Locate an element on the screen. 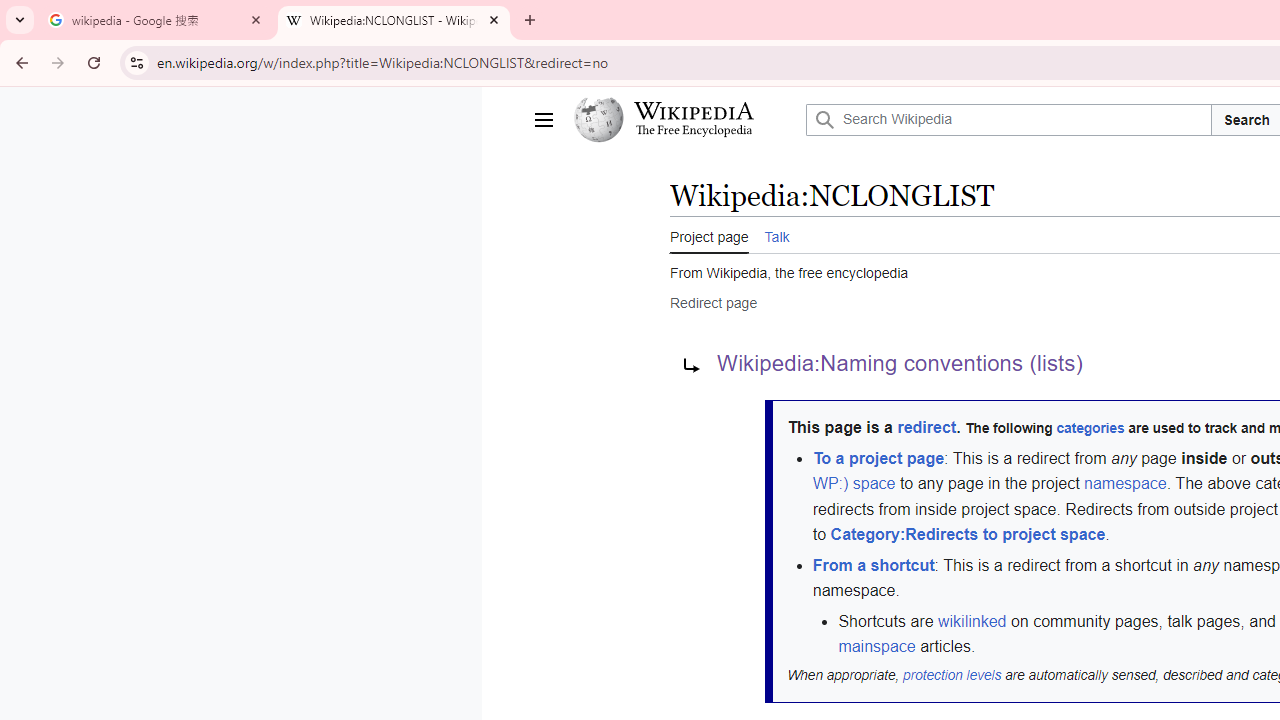  'The Free Encyclopedia' is located at coordinates (693, 131).